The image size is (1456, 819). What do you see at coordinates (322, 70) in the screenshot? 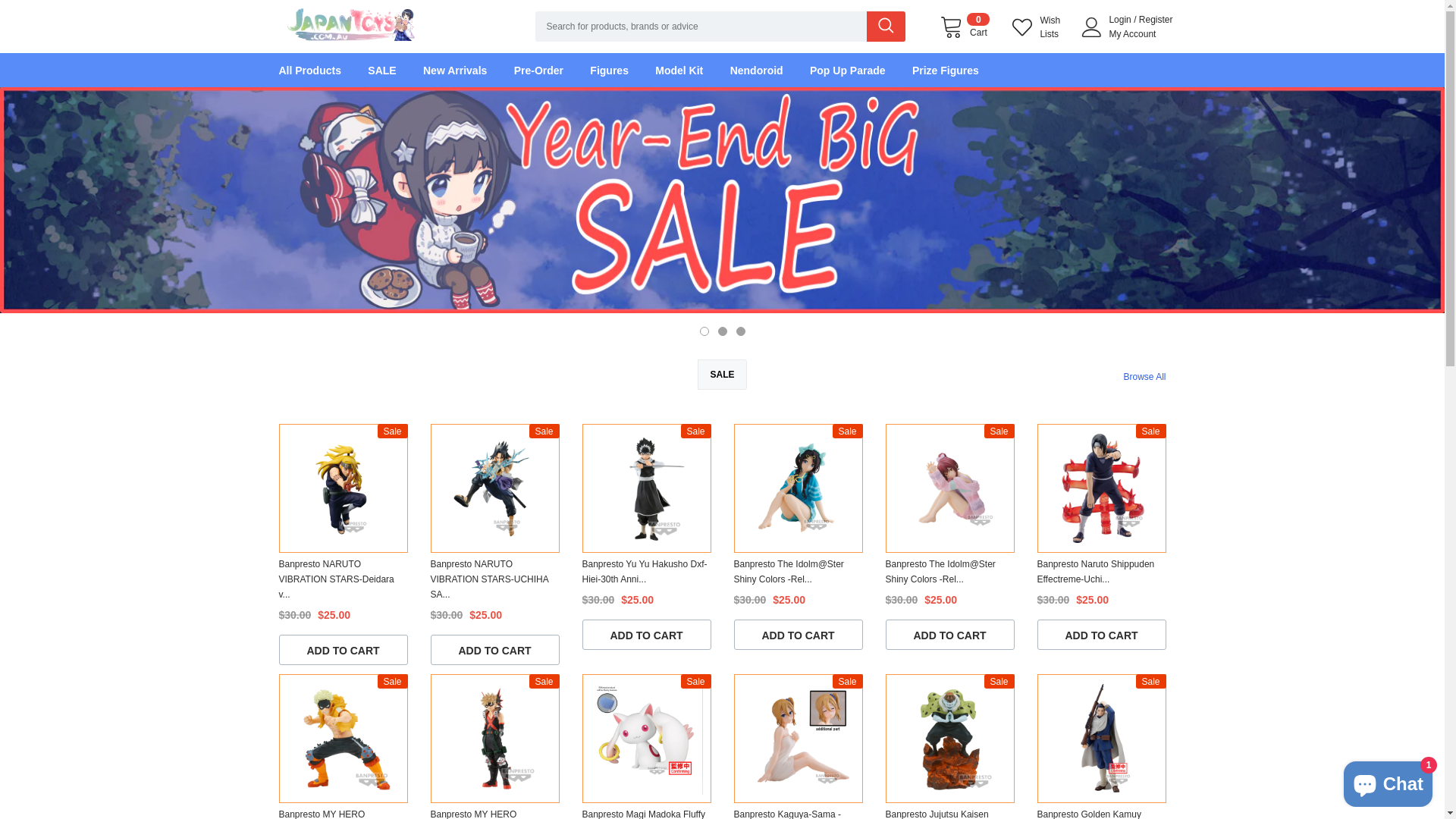
I see `'All Products'` at bounding box center [322, 70].